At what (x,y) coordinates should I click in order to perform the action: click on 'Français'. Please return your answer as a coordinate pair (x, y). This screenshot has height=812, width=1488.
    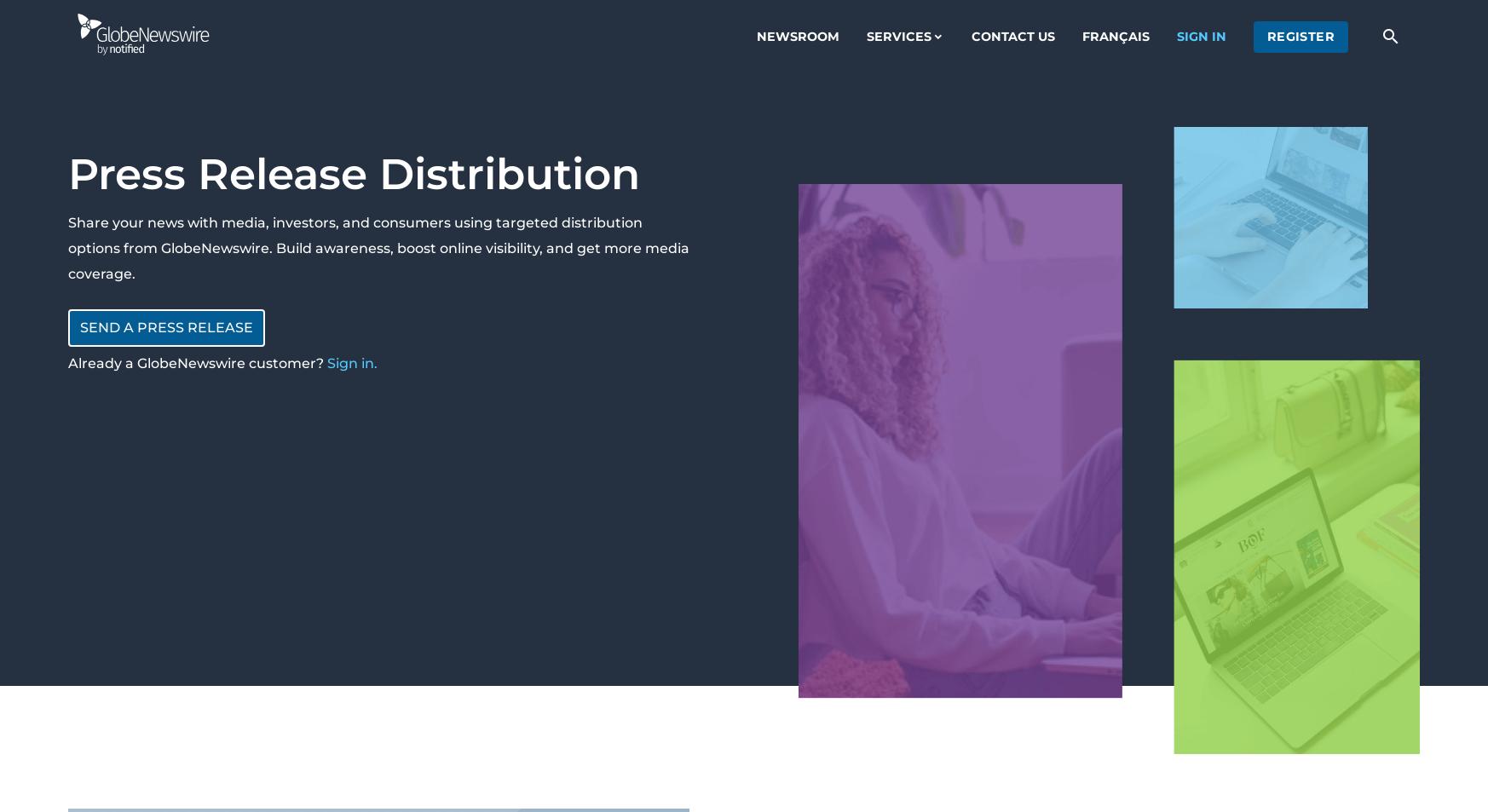
    Looking at the image, I should click on (1114, 35).